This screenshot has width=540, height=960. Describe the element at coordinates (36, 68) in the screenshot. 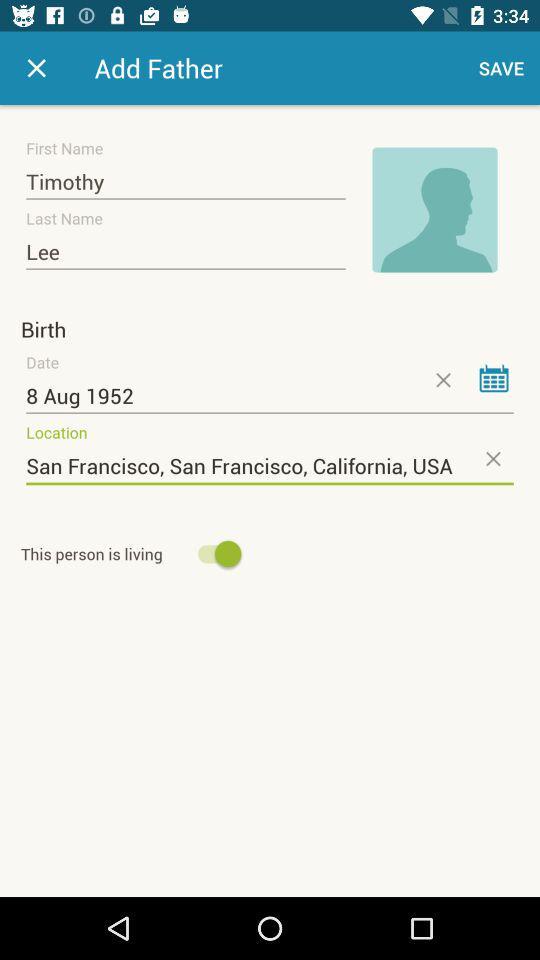

I see `contact information` at that location.